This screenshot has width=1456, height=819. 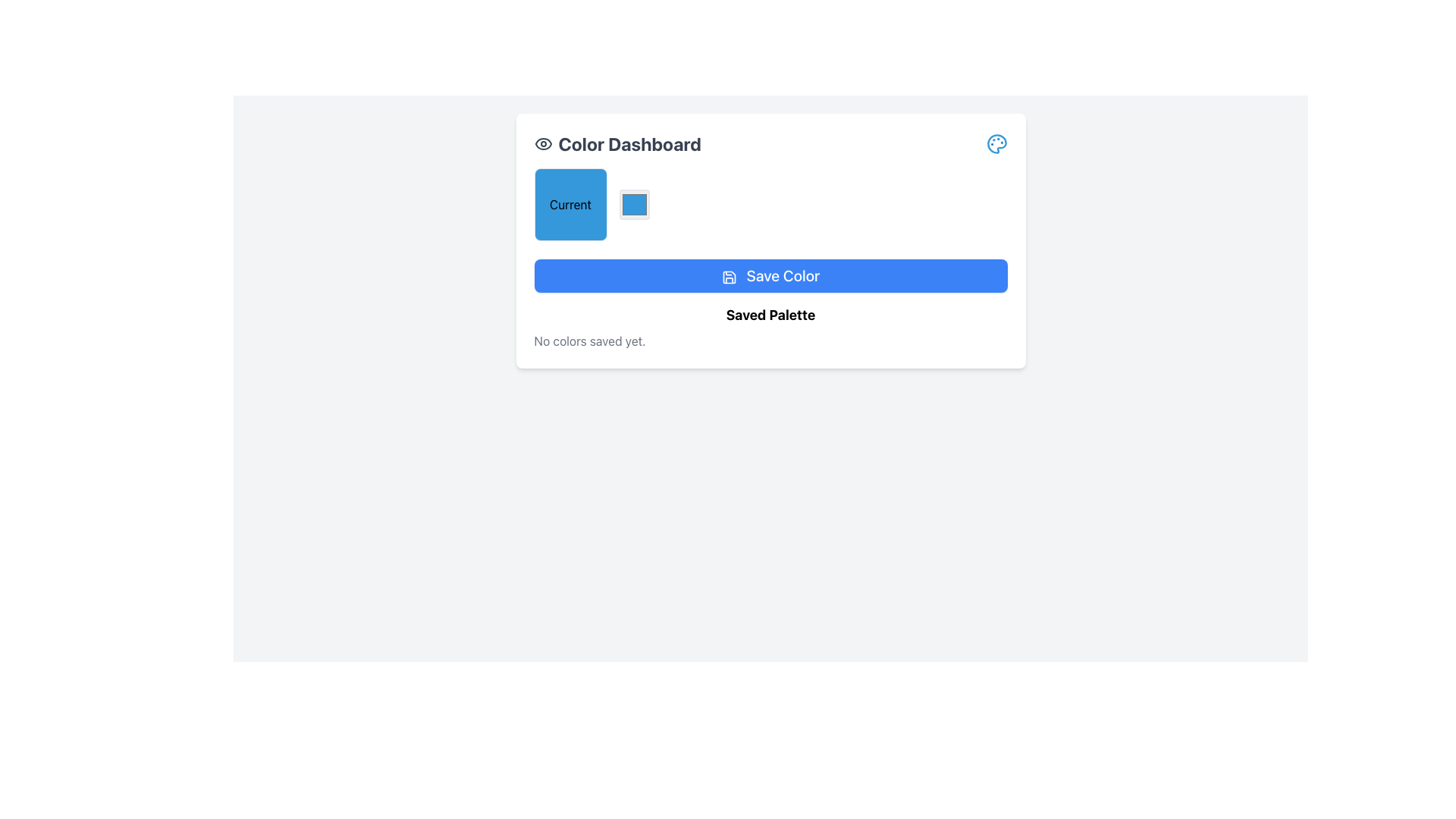 I want to click on the palette-shaped icon with a thin blue stroke located at the far right end of the header in the 'Color Dashboard' section, so click(x=996, y=143).